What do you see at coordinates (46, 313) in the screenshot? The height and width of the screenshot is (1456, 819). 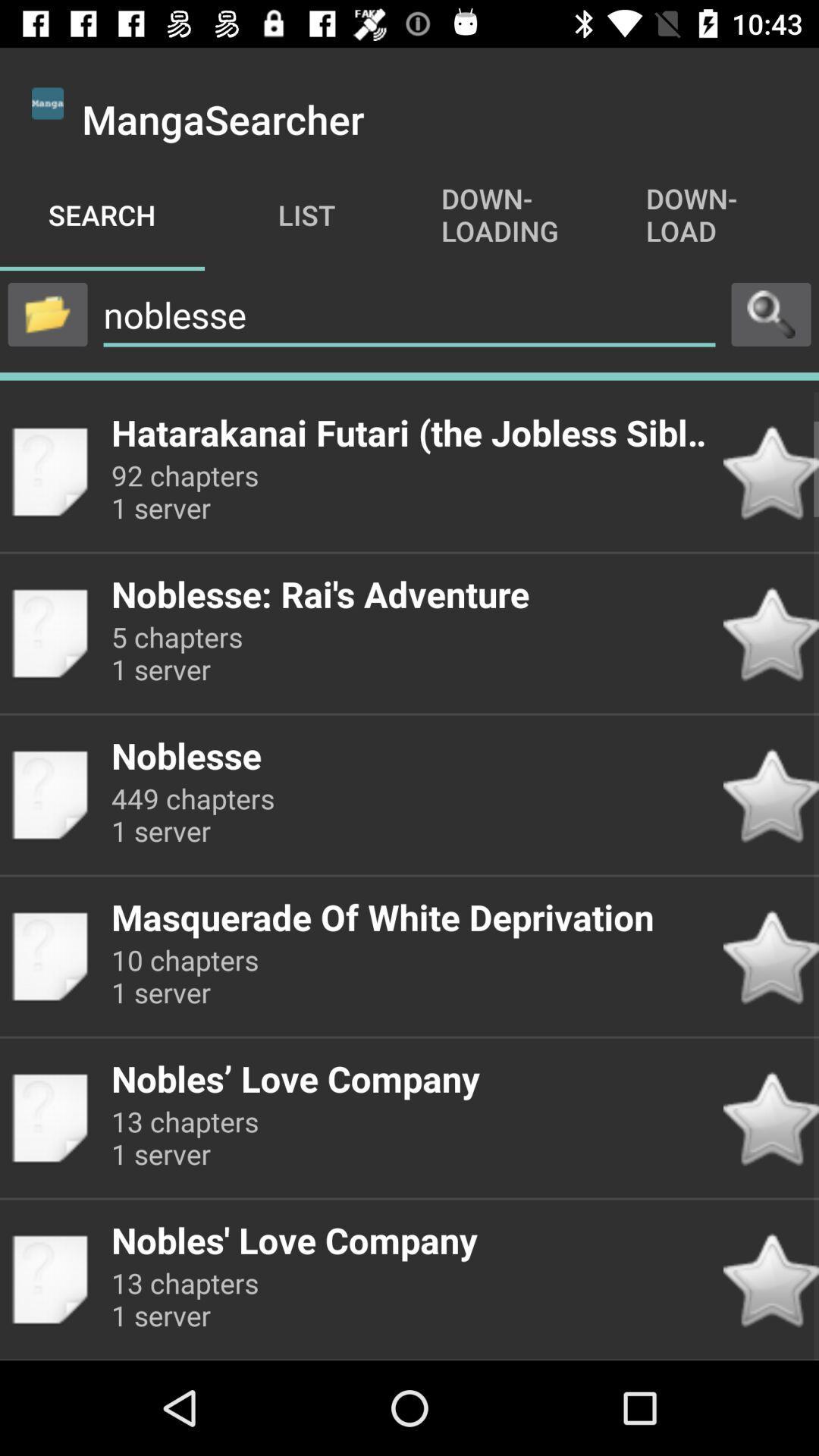 I see `open files` at bounding box center [46, 313].